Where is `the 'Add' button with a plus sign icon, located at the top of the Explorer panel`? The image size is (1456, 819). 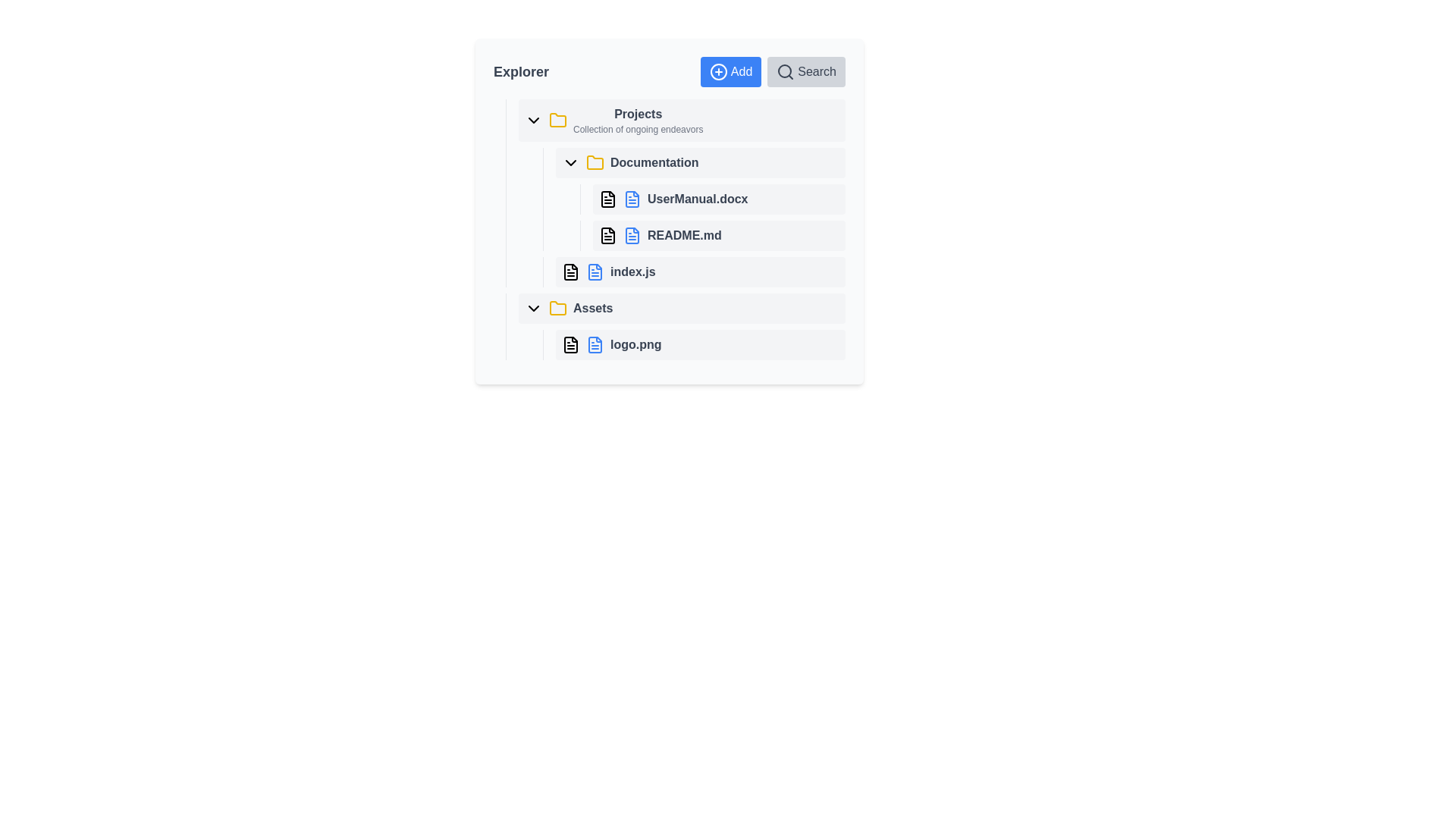 the 'Add' button with a plus sign icon, located at the top of the Explorer panel is located at coordinates (731, 72).